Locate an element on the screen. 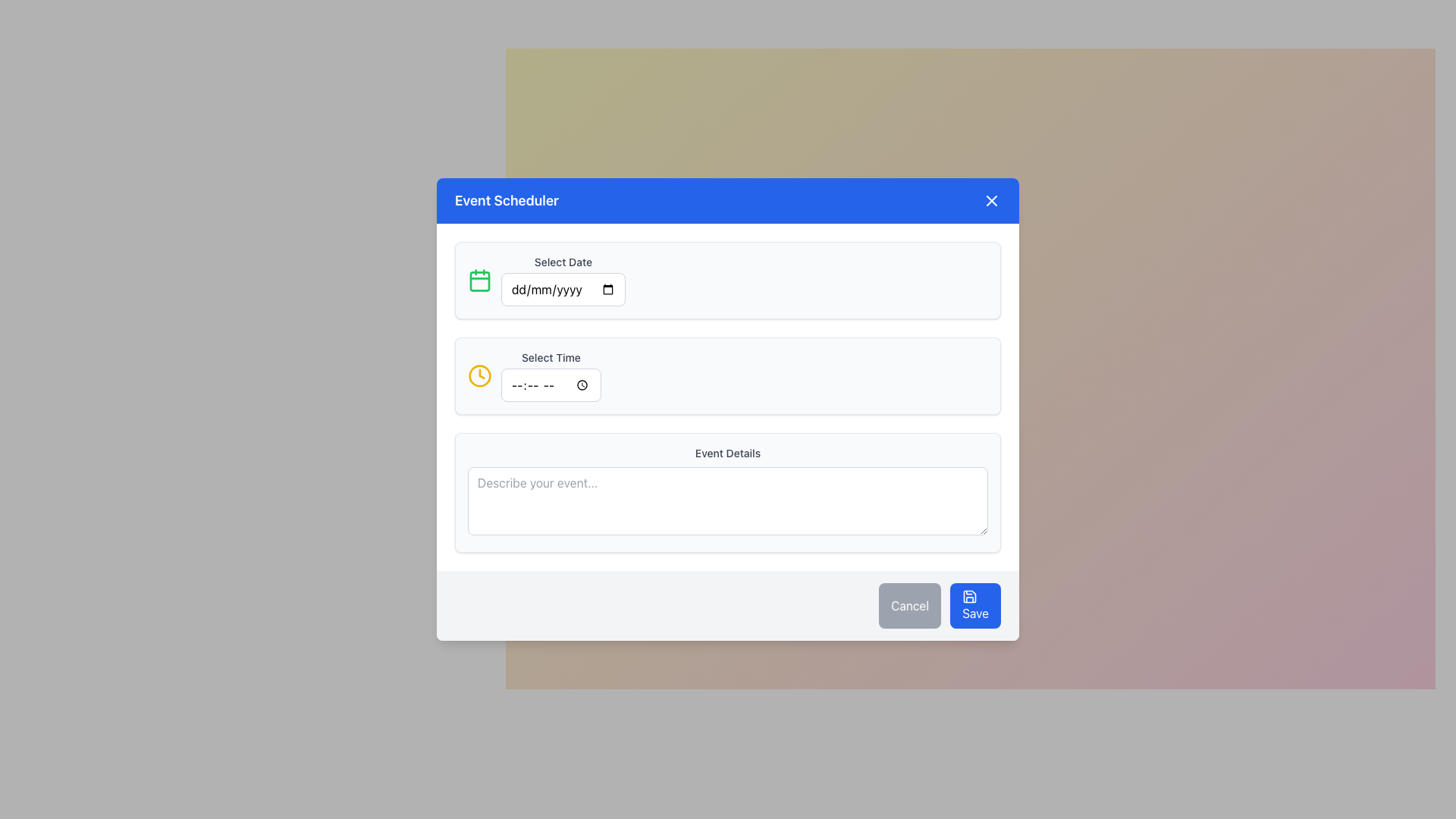 The height and width of the screenshot is (819, 1456). a time from the dropdown or clock interface of the Time Input Widget located centrally below the 'Select Date' section is located at coordinates (550, 375).